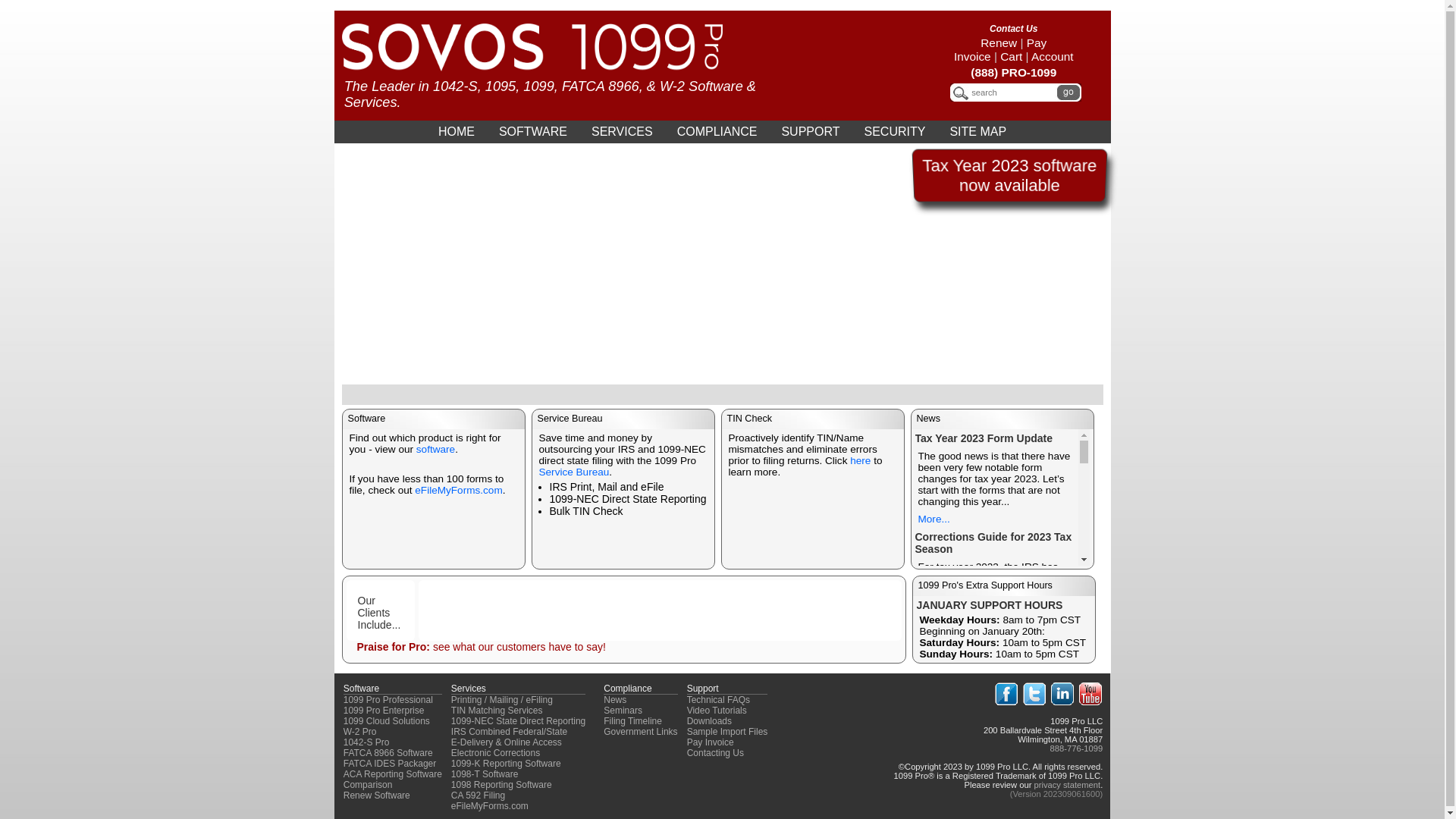 This screenshot has height=819, width=1456. I want to click on 'COMPLIANCE', so click(716, 130).